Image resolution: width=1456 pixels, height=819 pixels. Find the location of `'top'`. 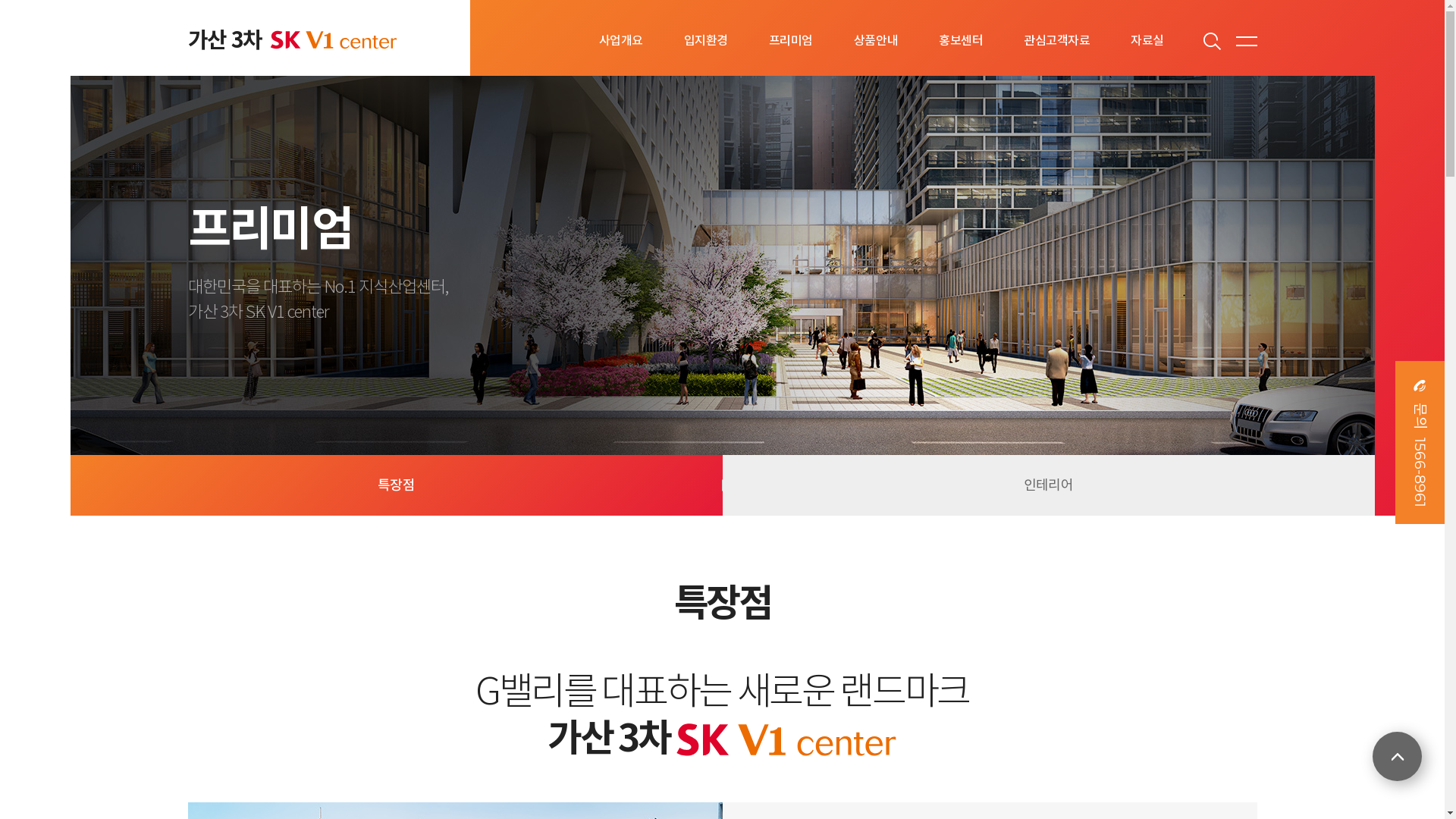

'top' is located at coordinates (1396, 756).